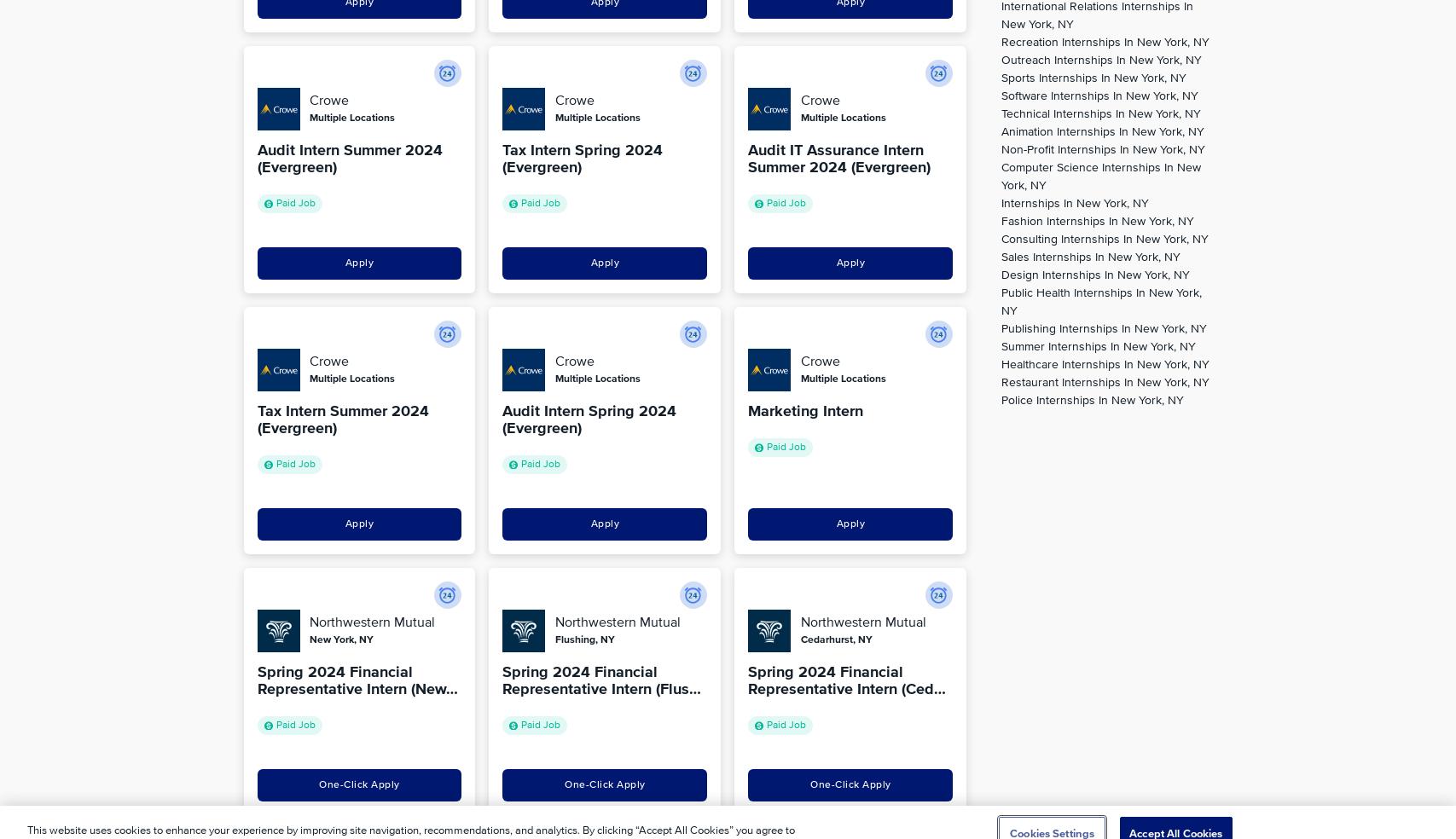 This screenshot has width=1456, height=839. Describe the element at coordinates (582, 159) in the screenshot. I see `'Tax Intern Spring 2024 (Evergreen)'` at that location.